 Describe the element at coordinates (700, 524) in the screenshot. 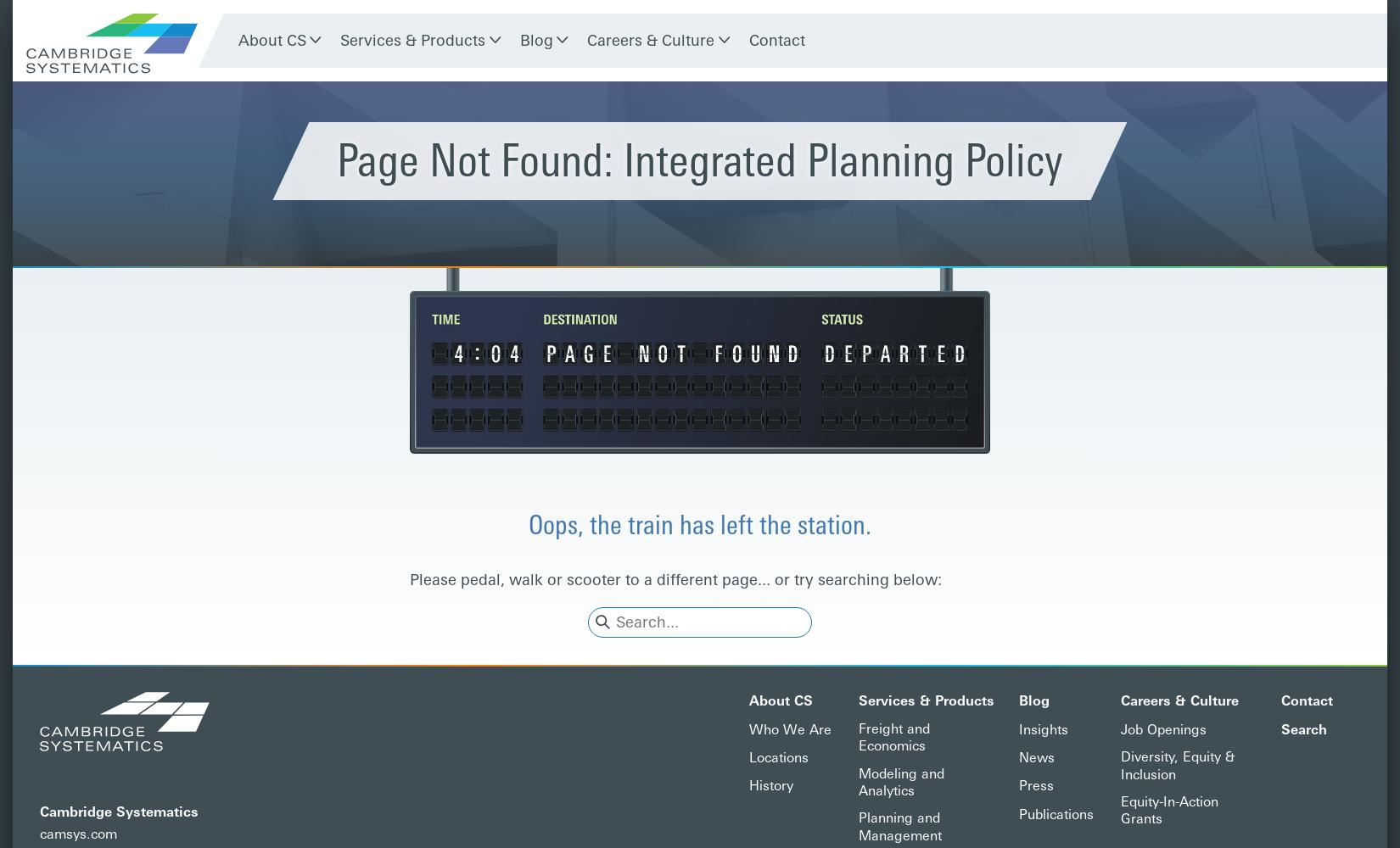

I see `'Oops, the train has left the station.'` at that location.